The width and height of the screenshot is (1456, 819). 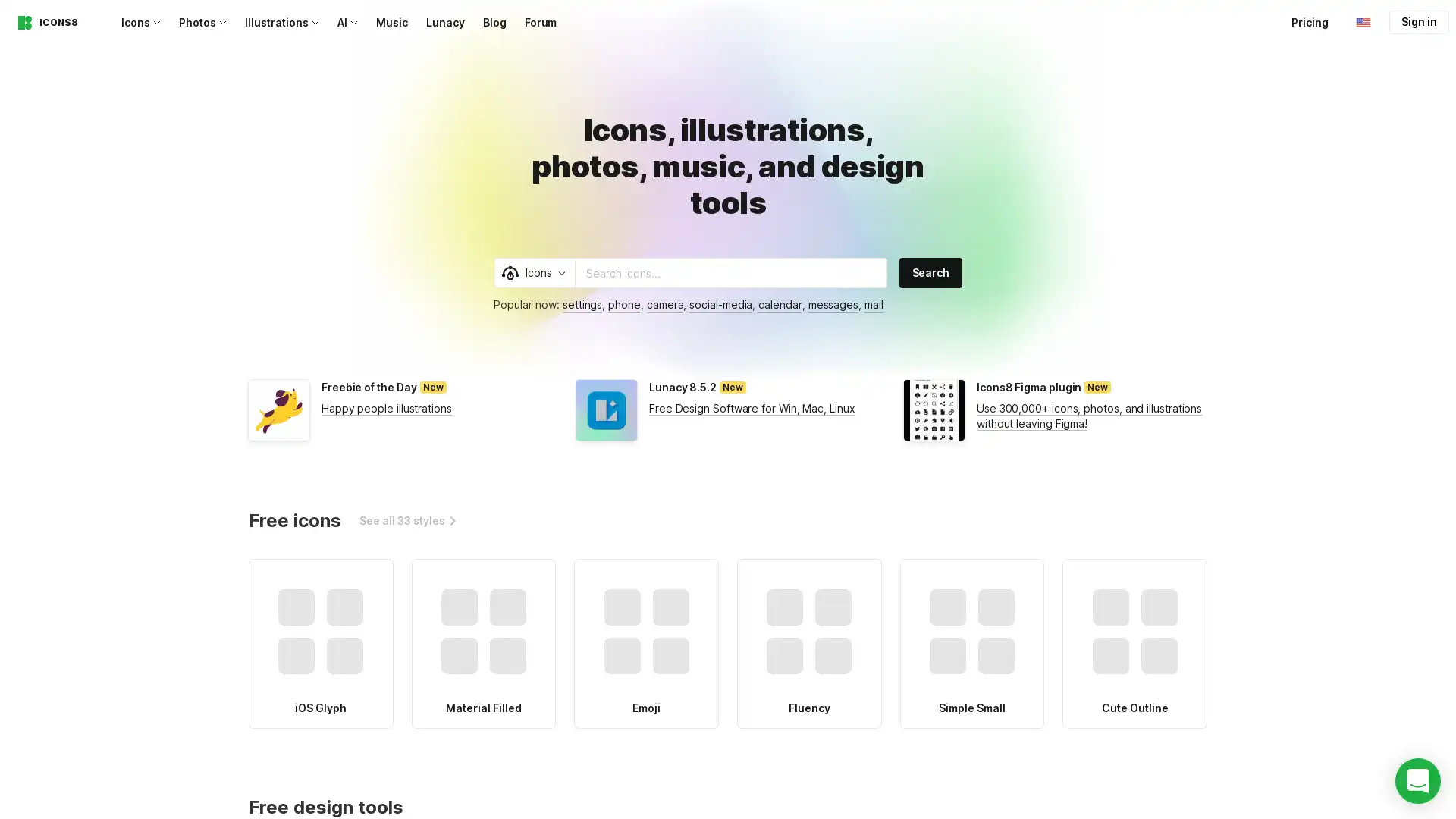 What do you see at coordinates (930, 271) in the screenshot?
I see `Search` at bounding box center [930, 271].